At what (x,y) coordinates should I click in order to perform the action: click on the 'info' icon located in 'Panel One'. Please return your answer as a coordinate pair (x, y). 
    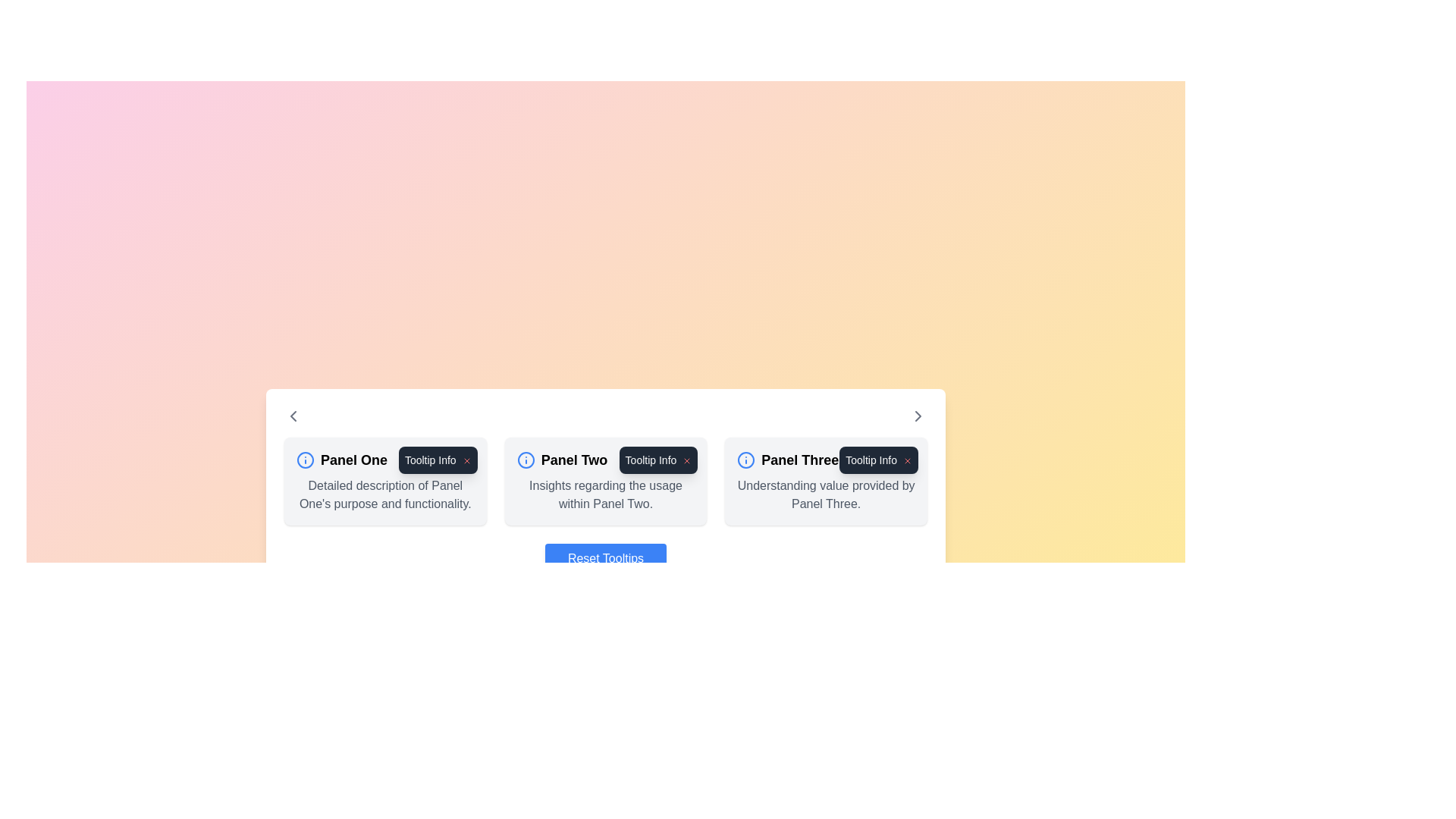
    Looking at the image, I should click on (526, 459).